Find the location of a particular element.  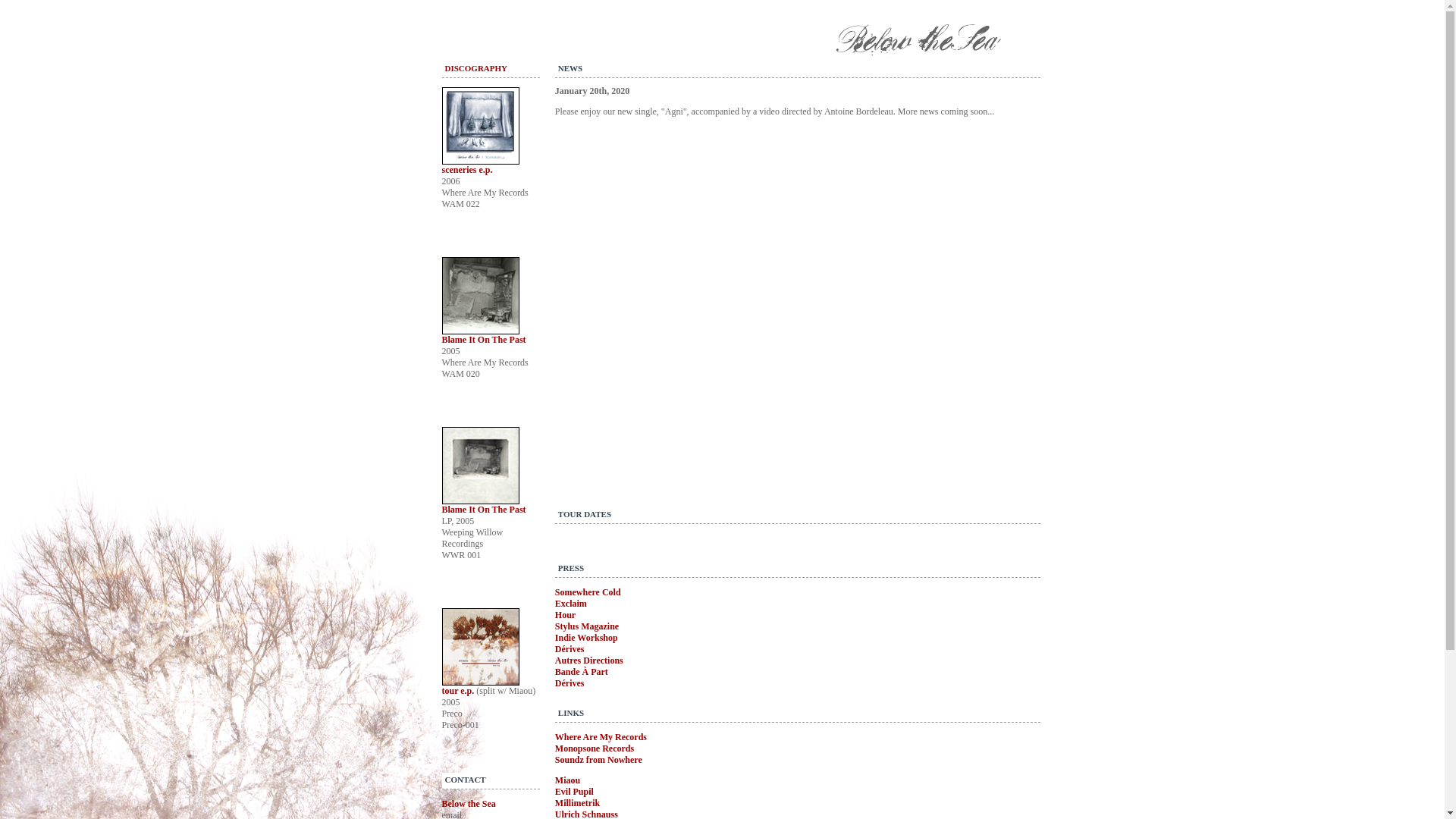

'Stylus Magazine' is located at coordinates (554, 626).